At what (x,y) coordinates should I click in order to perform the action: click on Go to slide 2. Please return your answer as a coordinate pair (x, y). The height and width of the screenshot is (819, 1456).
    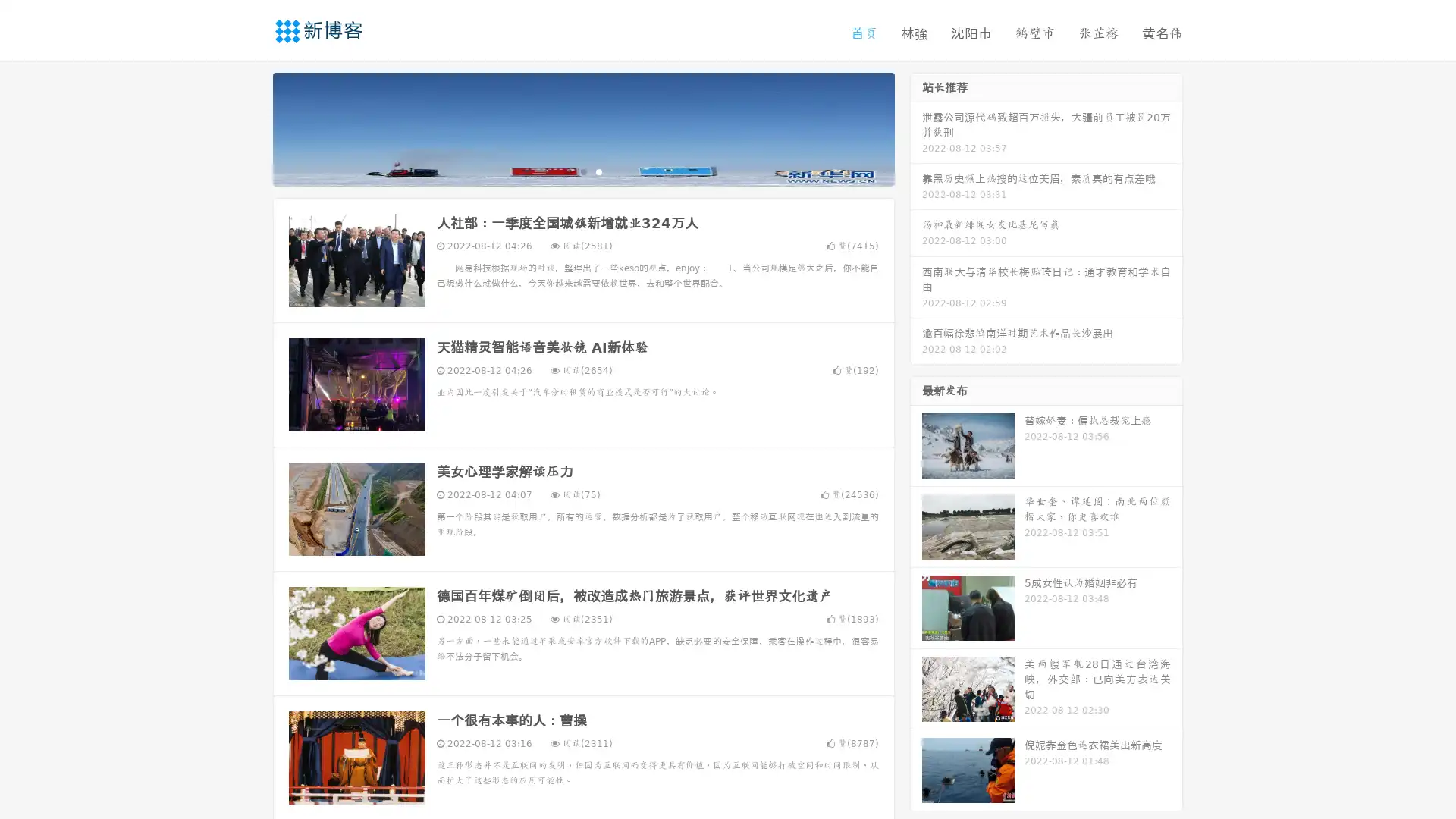
    Looking at the image, I should click on (582, 171).